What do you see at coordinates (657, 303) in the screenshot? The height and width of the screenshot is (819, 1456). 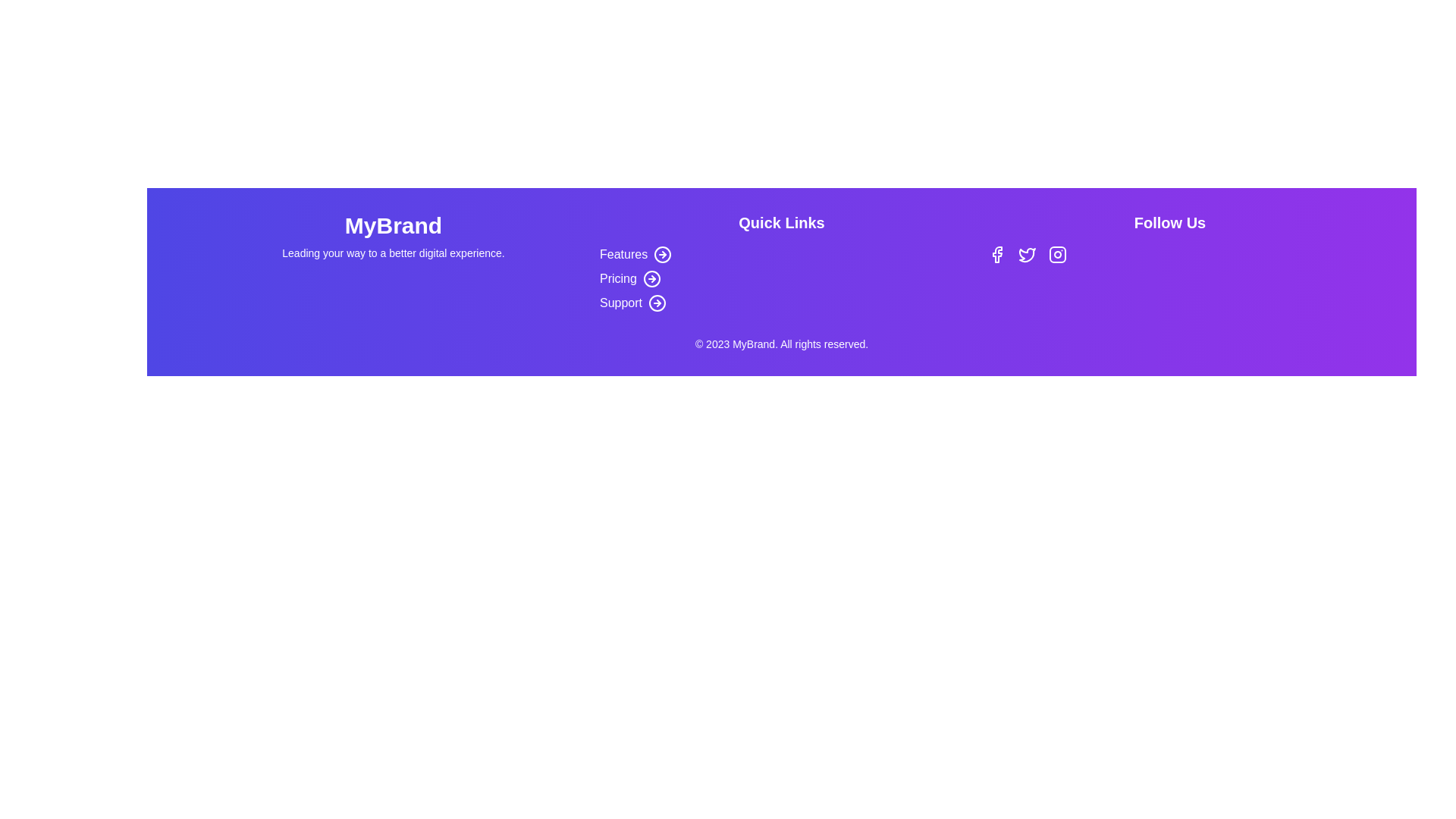 I see `the circular shape icon representing a right-pointing arrow, located next to the 'Support' link in the 'Quick Links' section of the footer` at bounding box center [657, 303].